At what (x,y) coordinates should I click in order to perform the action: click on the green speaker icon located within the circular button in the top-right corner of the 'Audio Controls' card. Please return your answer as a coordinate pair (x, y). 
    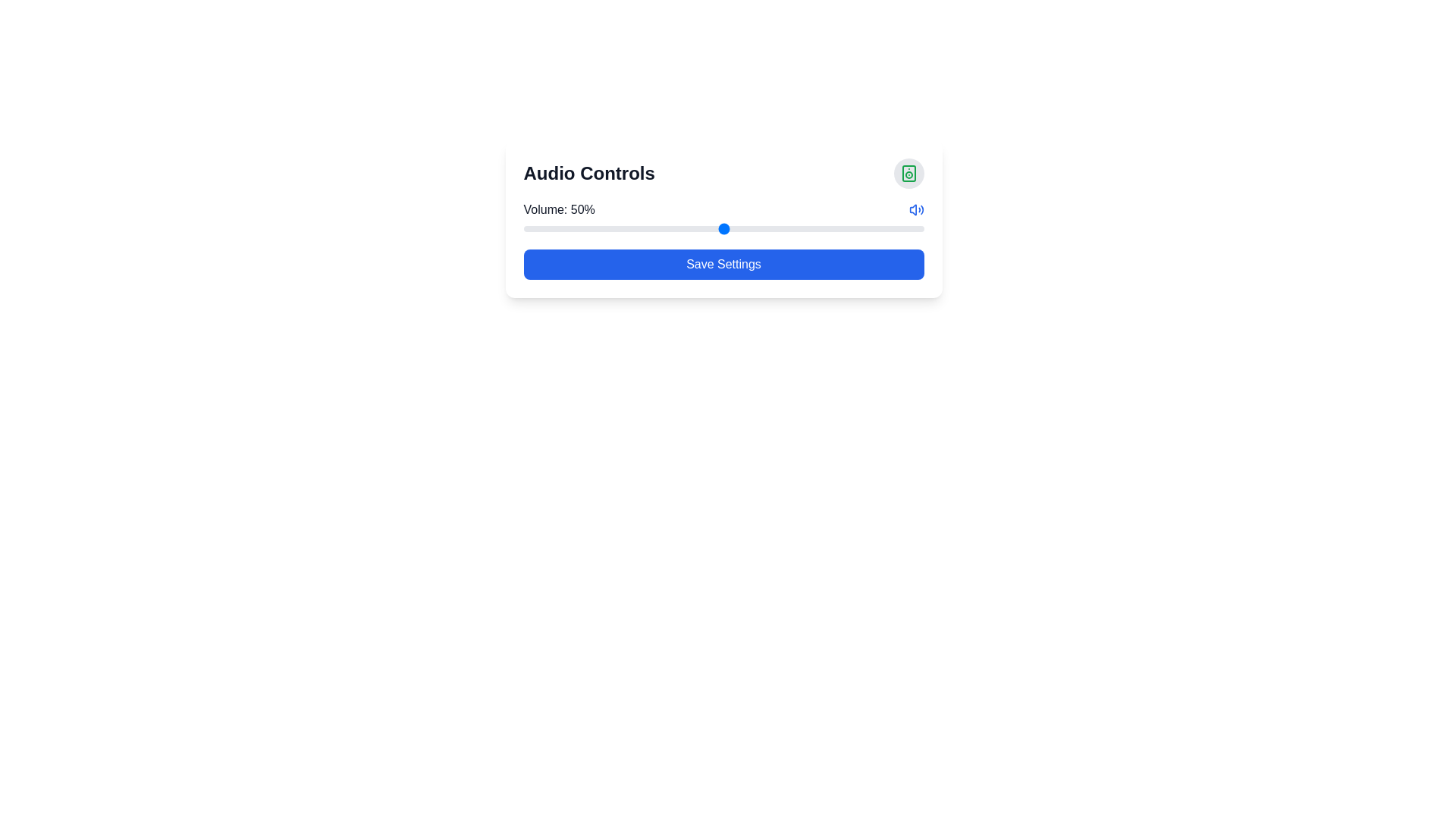
    Looking at the image, I should click on (908, 172).